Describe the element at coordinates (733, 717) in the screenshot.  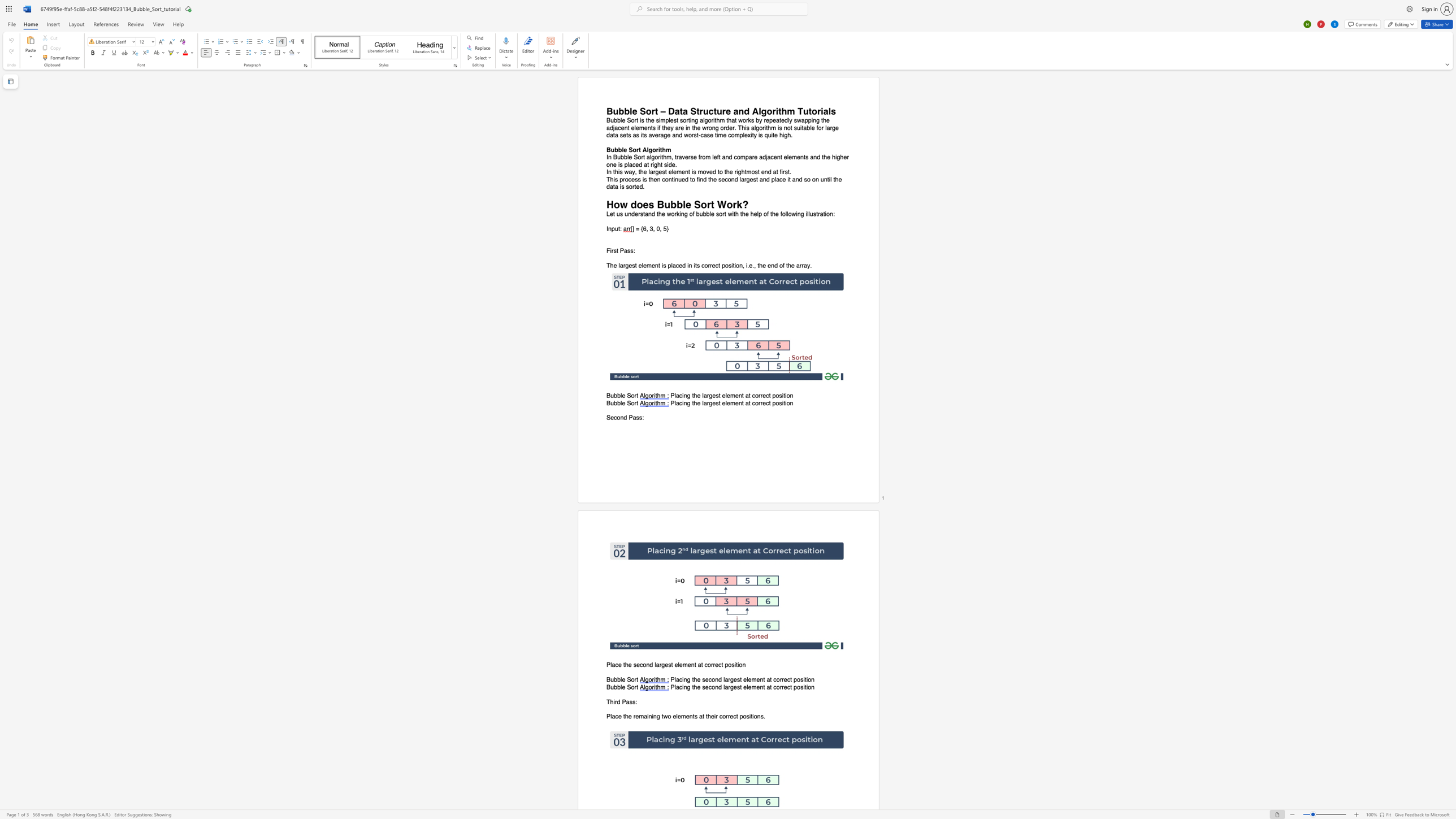
I see `the space between the continuous character "e" and "c" in the text` at that location.